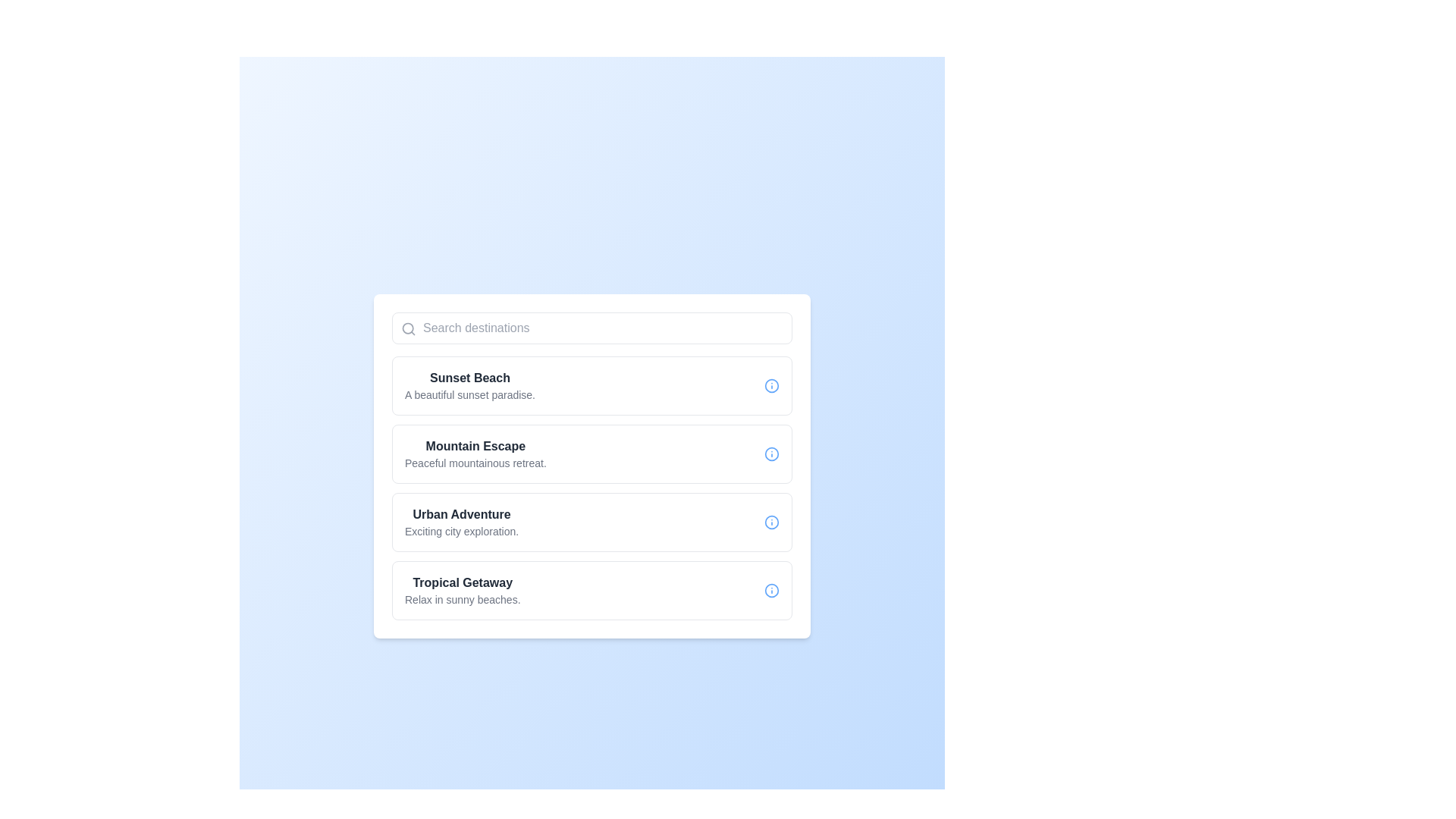 This screenshot has width=1456, height=819. I want to click on the circular SVG icon with a blue border located next to the 'Tropical Getaway' text in the fourth list item, so click(771, 590).